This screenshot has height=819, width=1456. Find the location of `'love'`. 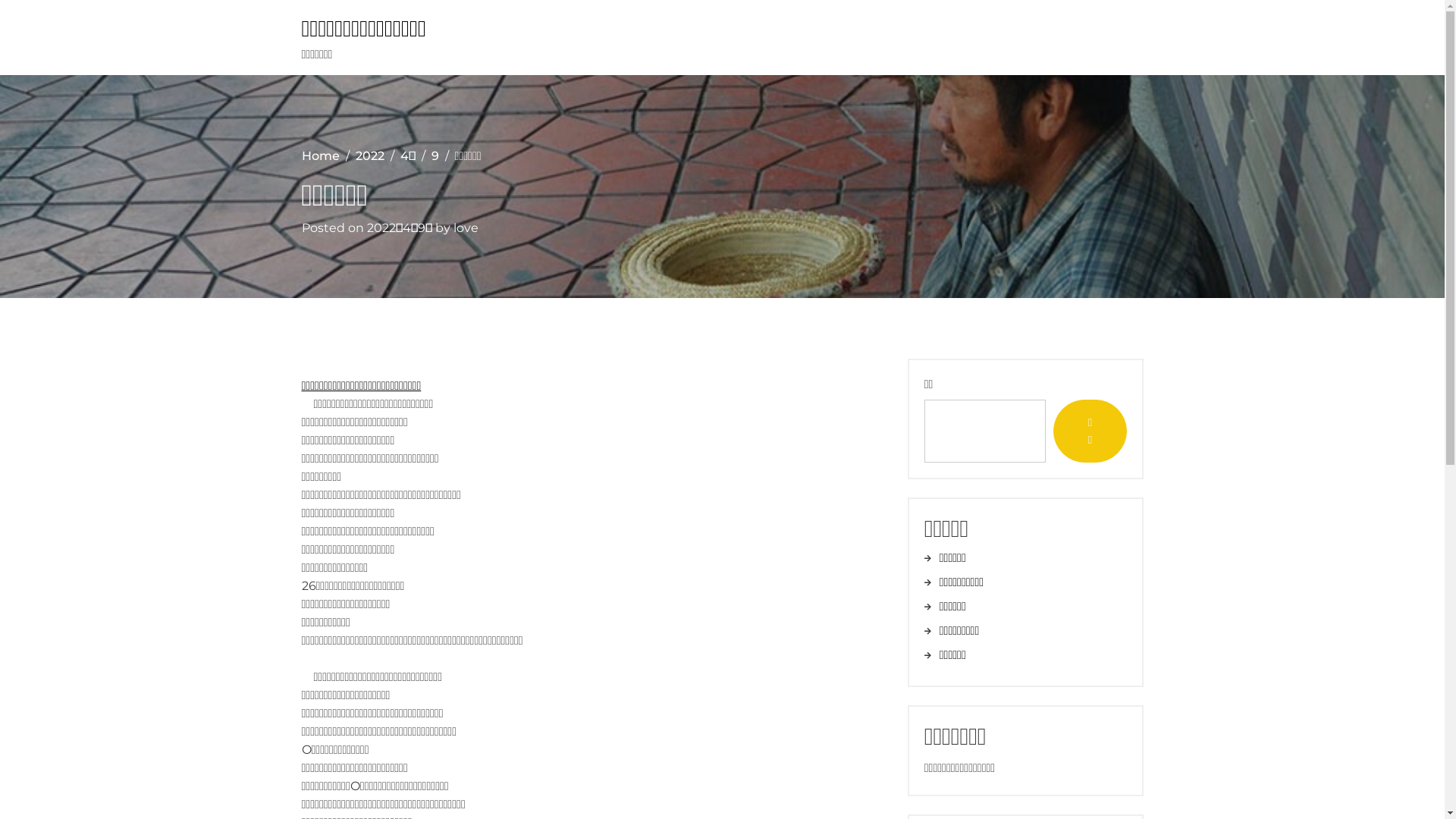

'love' is located at coordinates (465, 227).